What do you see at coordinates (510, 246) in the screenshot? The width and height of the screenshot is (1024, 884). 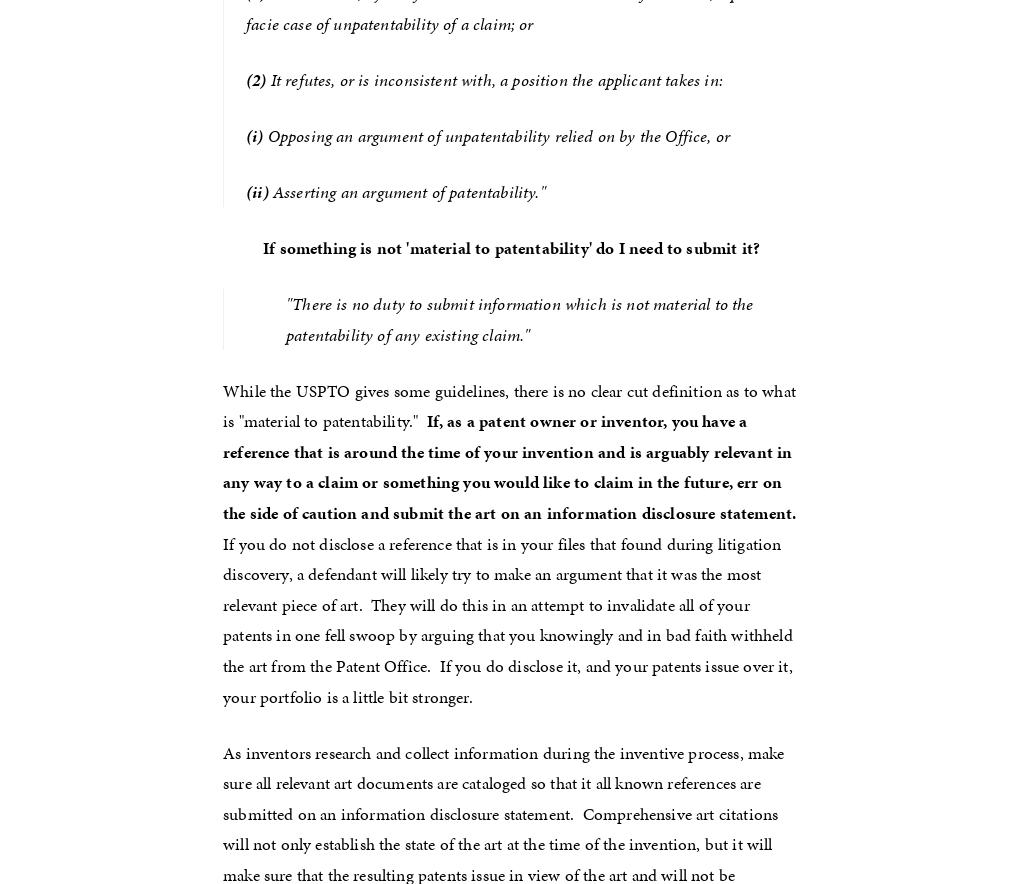 I see `'If something is not 'material to patentability' do I need to submit it?'` at bounding box center [510, 246].